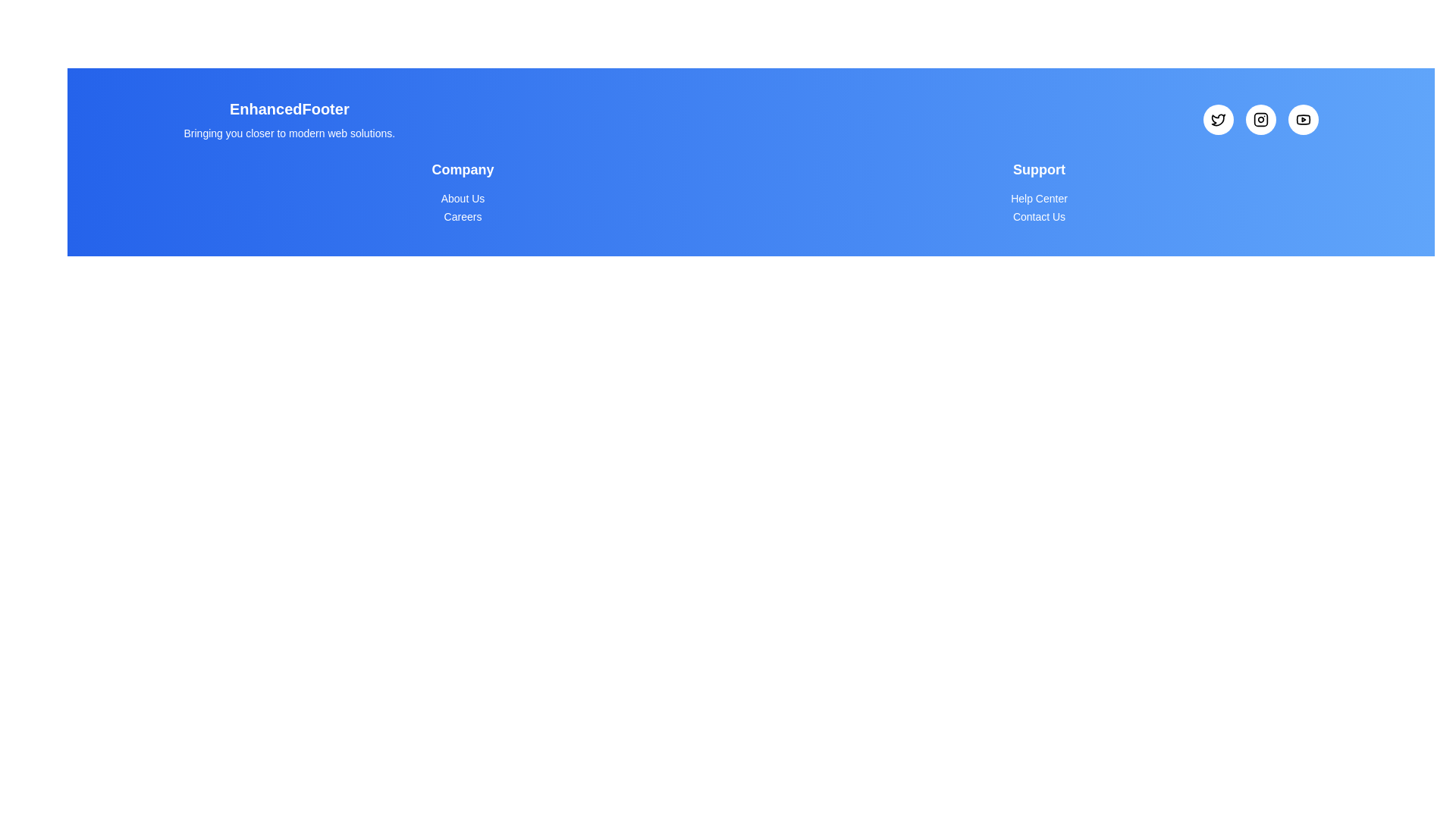 The height and width of the screenshot is (819, 1456). What do you see at coordinates (1302, 119) in the screenshot?
I see `the third icon in the horizontal sequence at the top right corner of the footer section` at bounding box center [1302, 119].